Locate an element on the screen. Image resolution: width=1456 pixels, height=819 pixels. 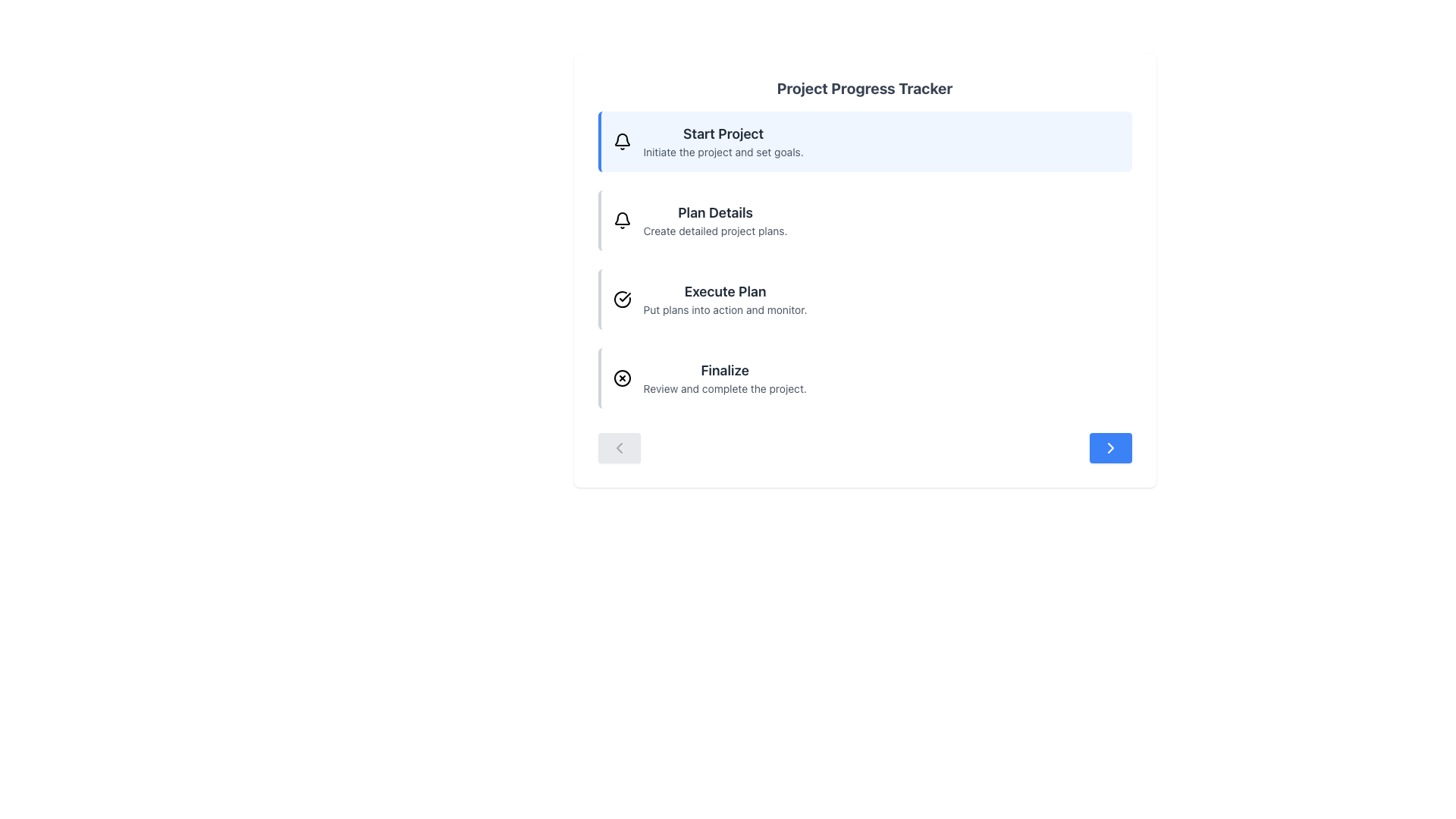
the Text Label that serves as the heading for the section below the 'Start Project' title, located in the second section of the list is located at coordinates (714, 213).